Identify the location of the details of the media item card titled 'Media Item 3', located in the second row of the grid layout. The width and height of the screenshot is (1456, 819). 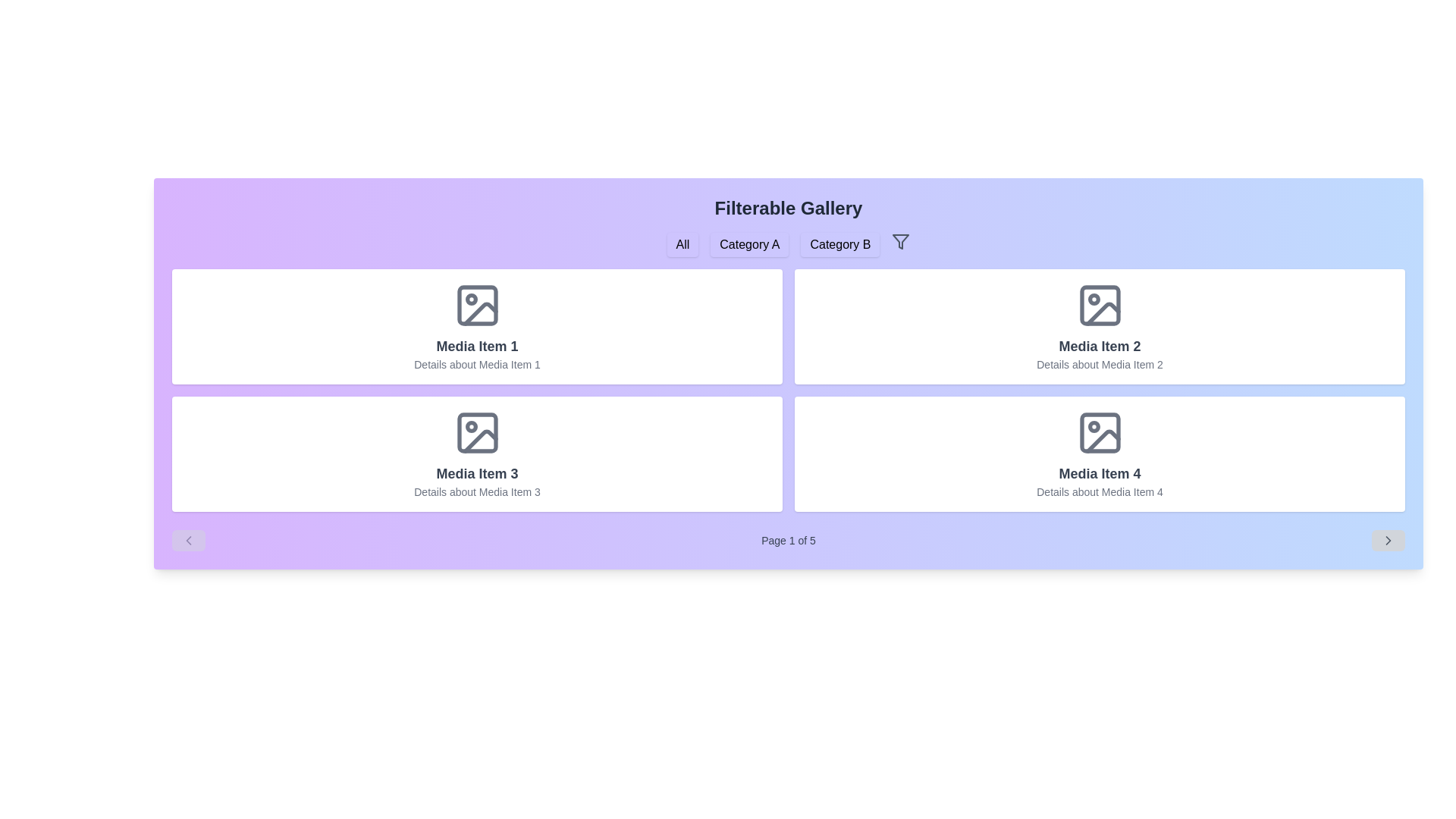
(476, 453).